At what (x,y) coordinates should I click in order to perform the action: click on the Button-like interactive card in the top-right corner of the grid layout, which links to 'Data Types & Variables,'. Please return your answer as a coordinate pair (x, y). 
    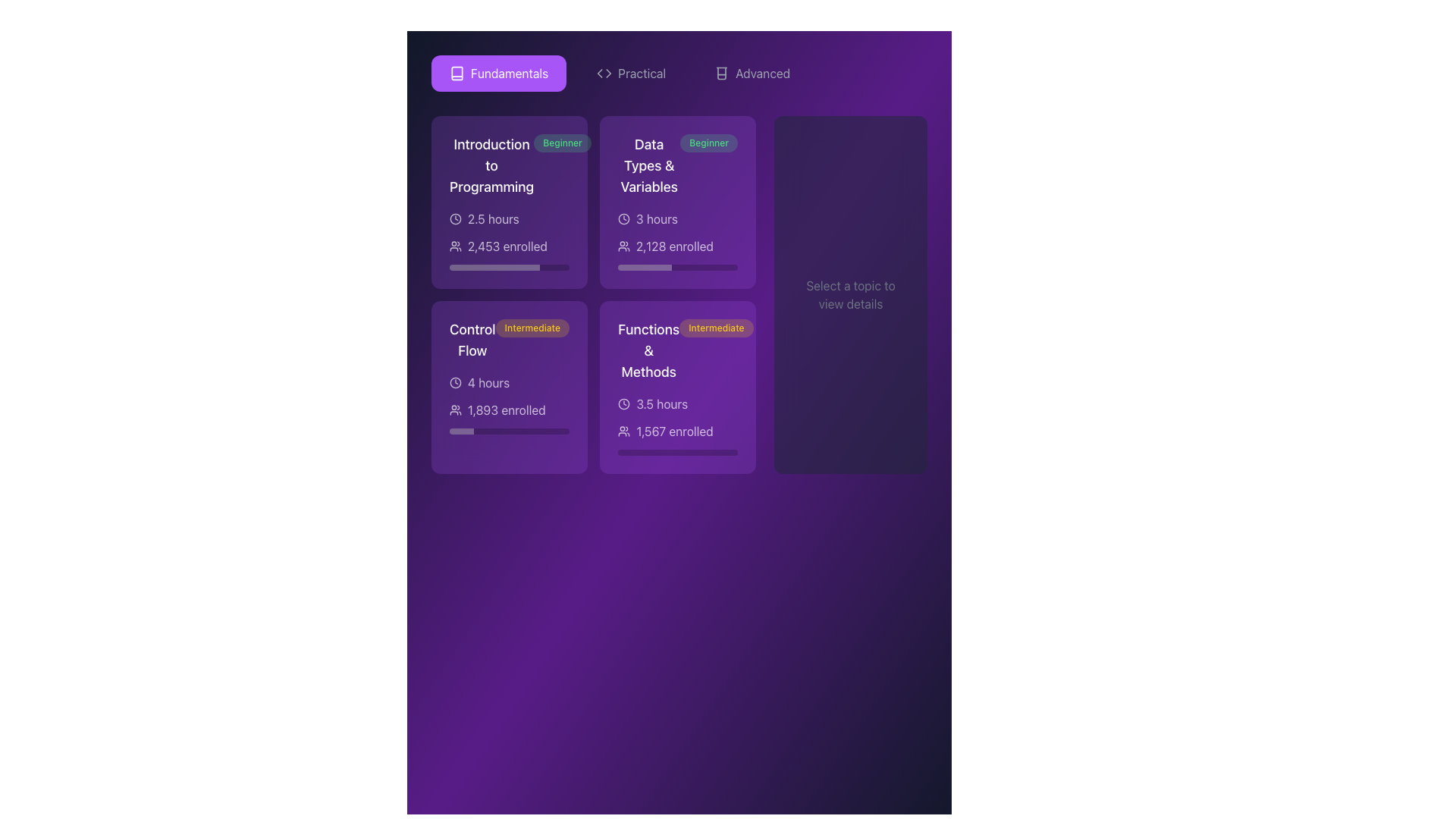
    Looking at the image, I should click on (676, 201).